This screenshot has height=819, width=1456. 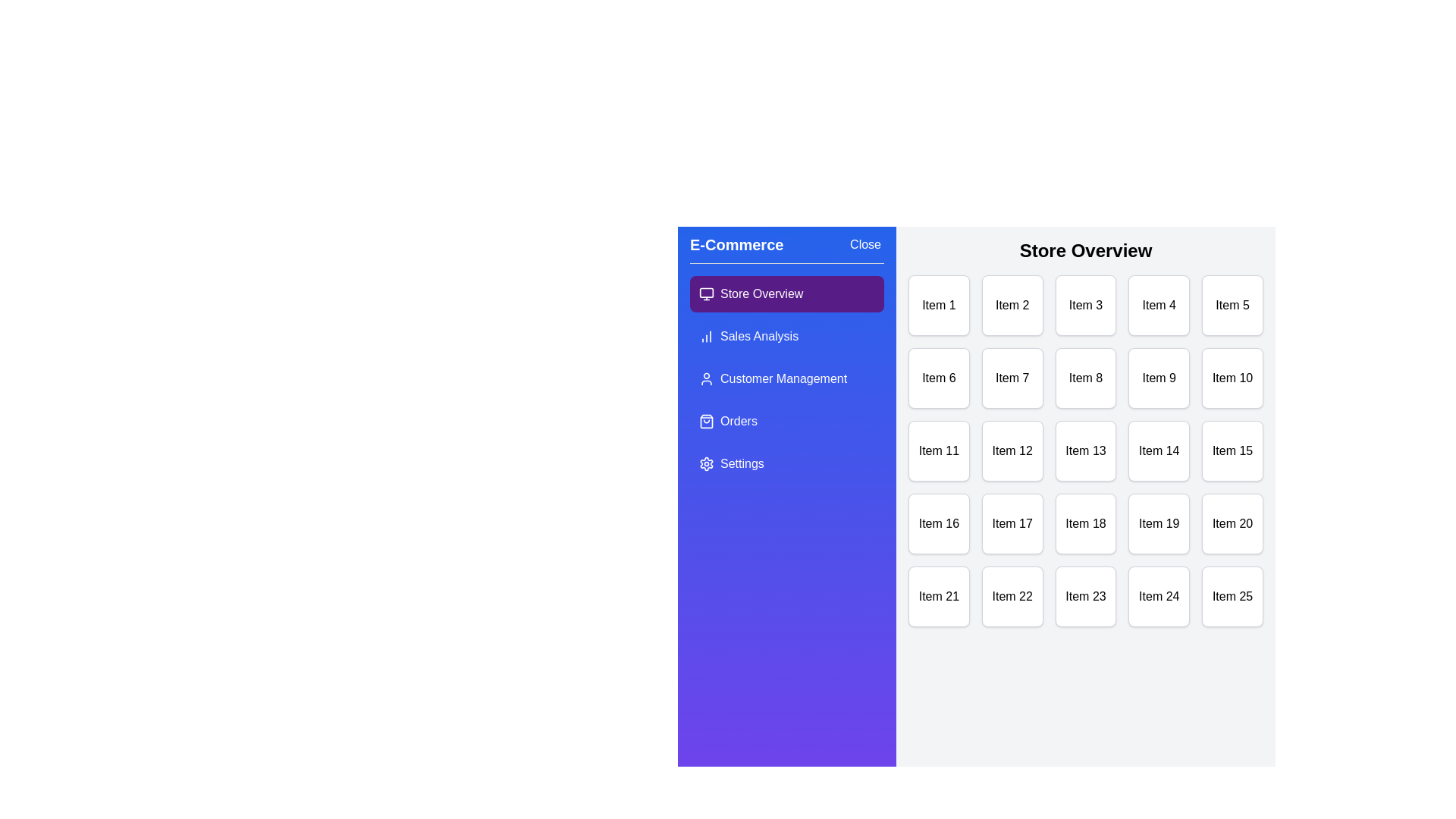 What do you see at coordinates (786, 335) in the screenshot?
I see `the menu option Sales Analysis from the drawer` at bounding box center [786, 335].